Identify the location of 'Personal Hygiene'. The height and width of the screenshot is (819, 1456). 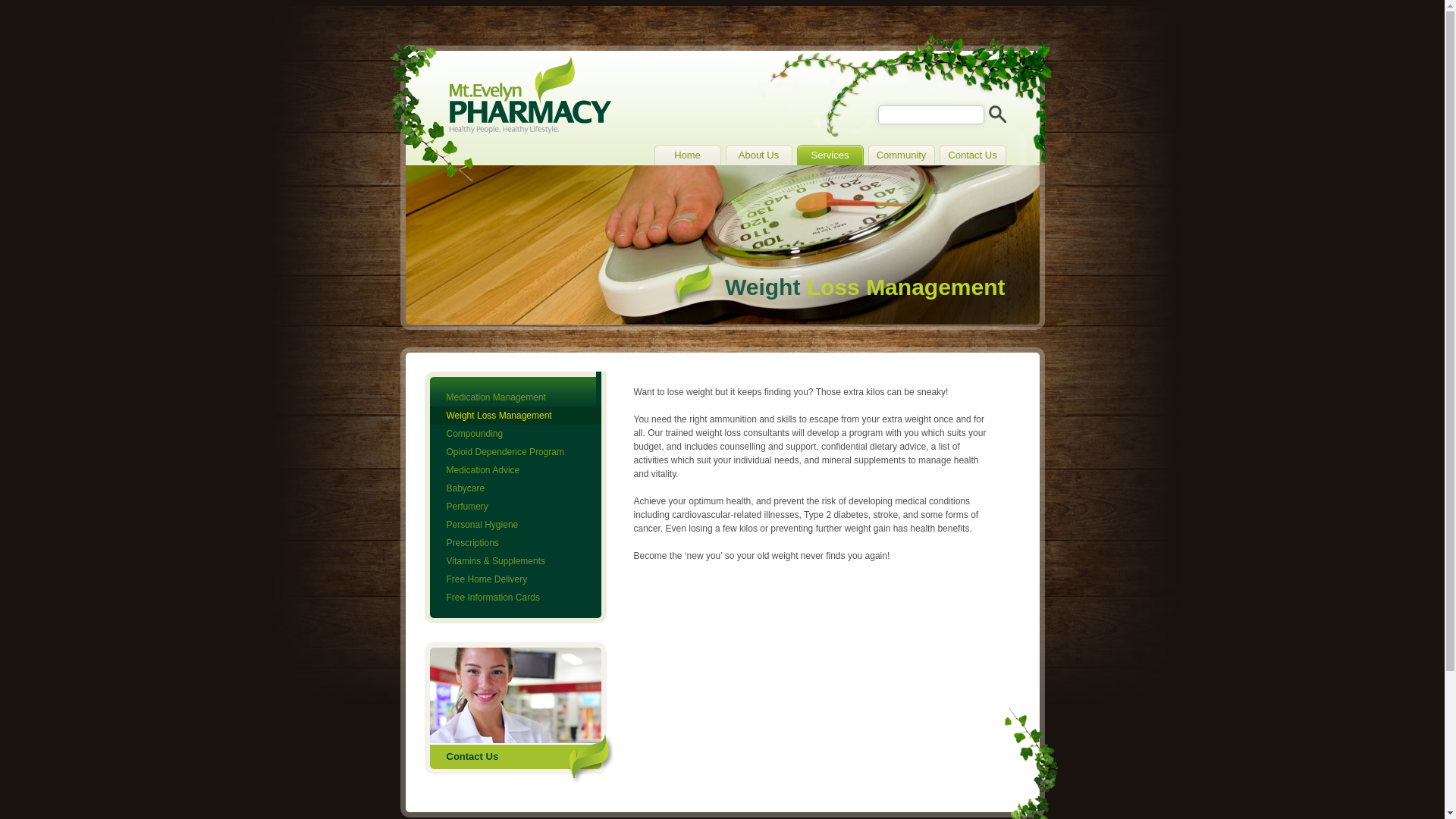
(428, 523).